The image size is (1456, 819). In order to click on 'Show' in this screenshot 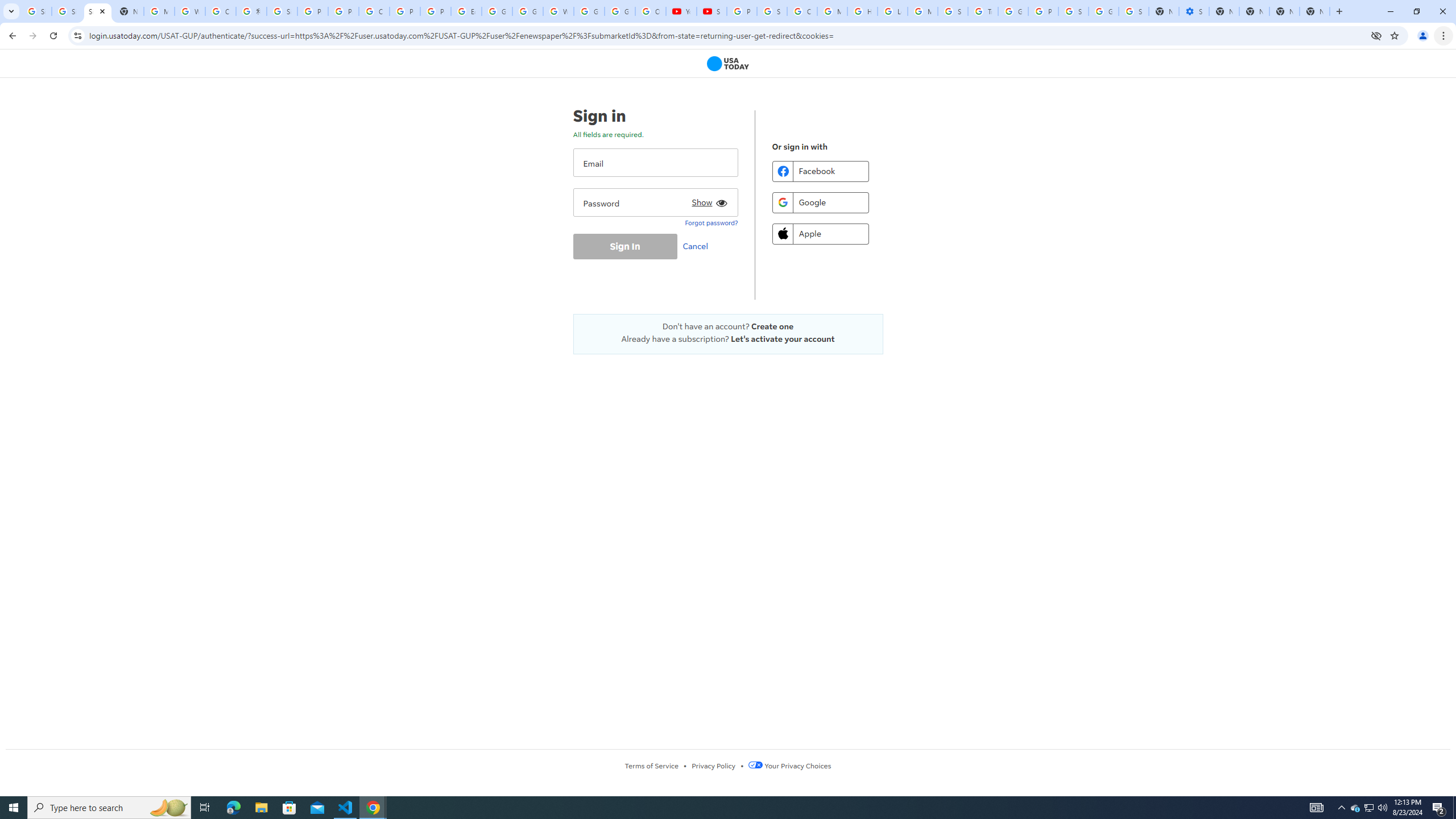, I will do `click(707, 200)`.